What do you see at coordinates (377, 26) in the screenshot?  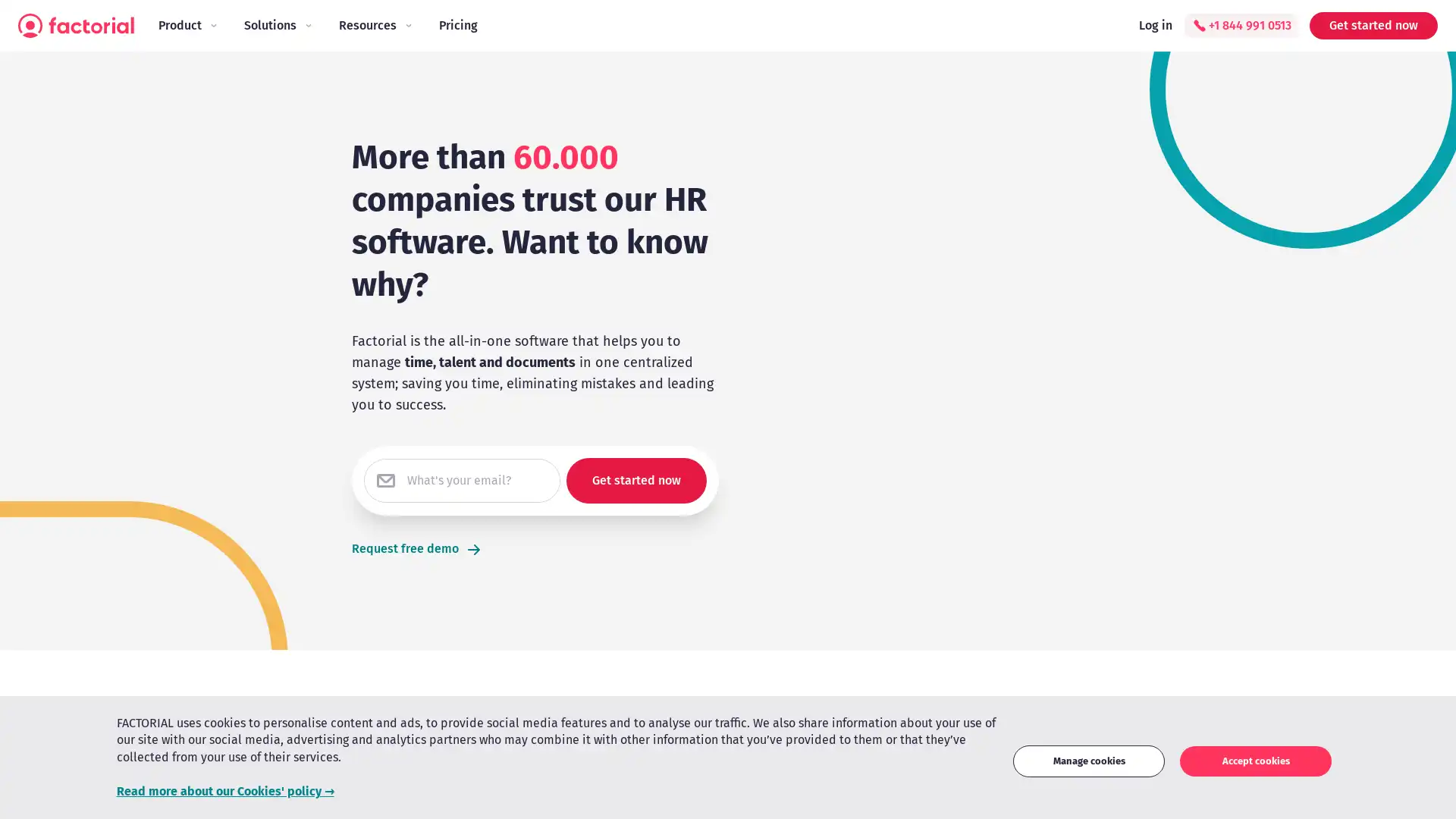 I see `Resources` at bounding box center [377, 26].